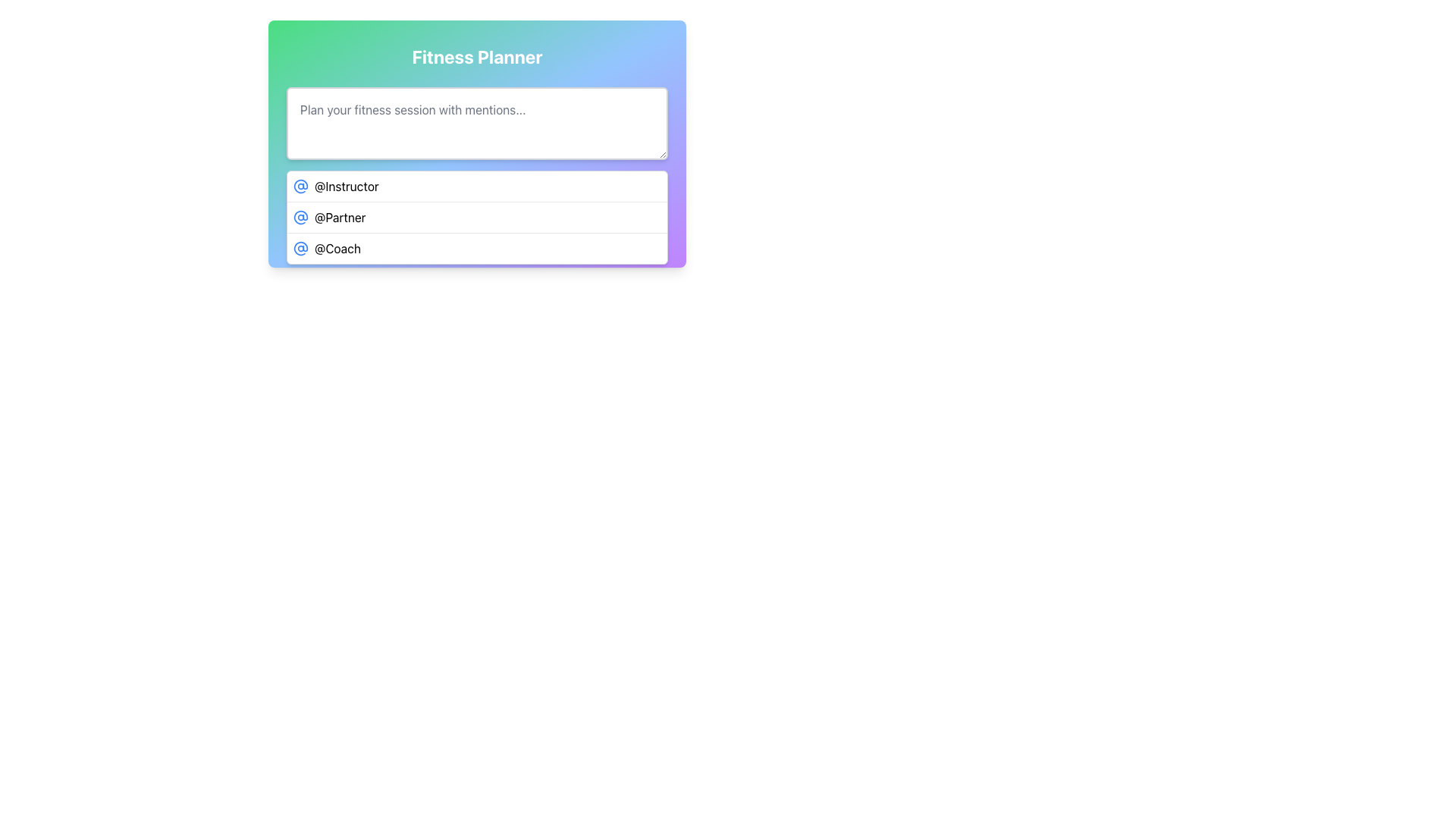  What do you see at coordinates (323, 227) in the screenshot?
I see `the icon located within the 'Assign' button, which serves as a visual indicator preceding the button's text` at bounding box center [323, 227].